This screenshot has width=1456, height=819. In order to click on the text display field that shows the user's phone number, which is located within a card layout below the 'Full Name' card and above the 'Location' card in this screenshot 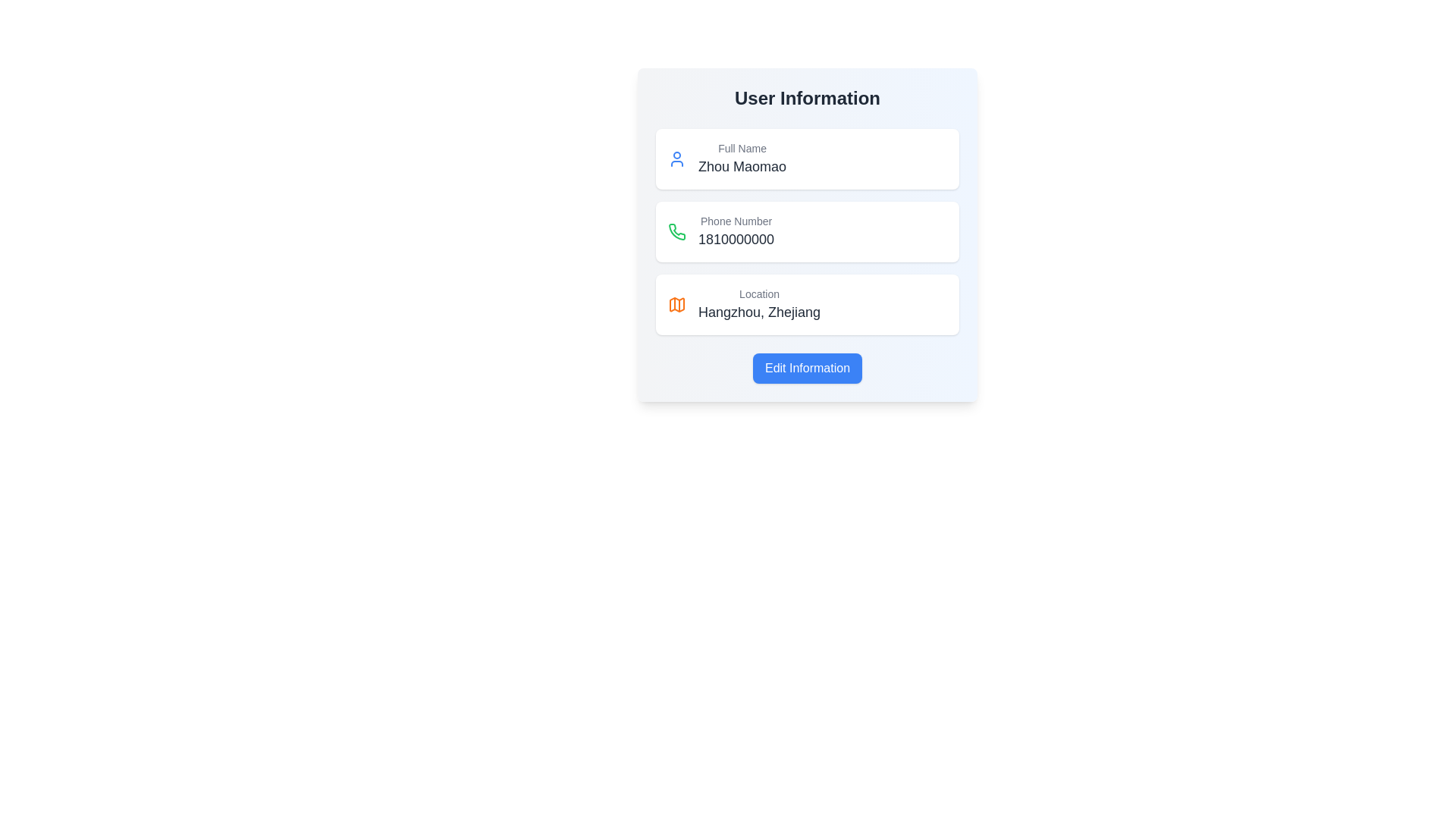, I will do `click(736, 231)`.